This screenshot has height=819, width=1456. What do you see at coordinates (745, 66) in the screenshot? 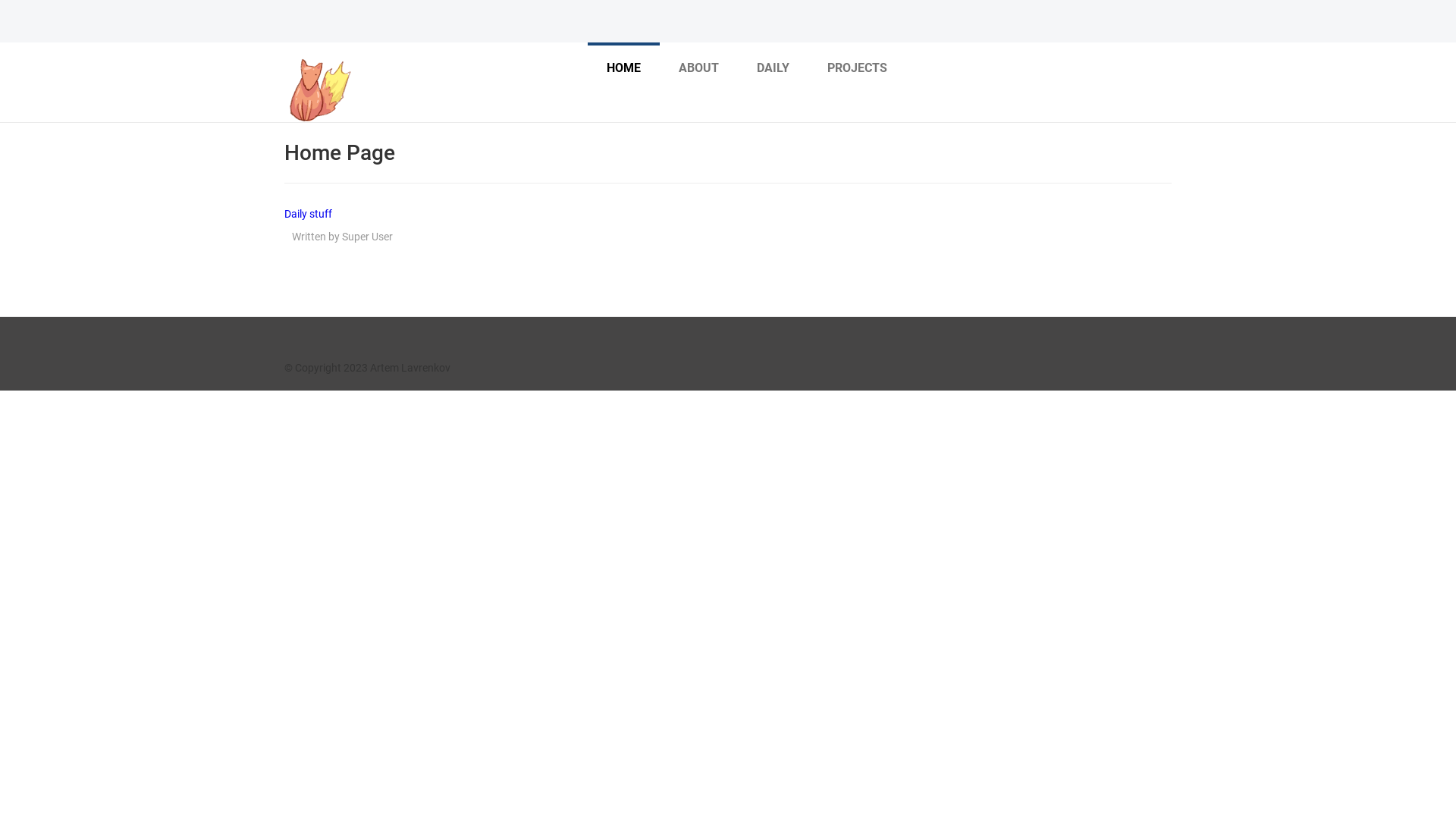
I see `'DAILY'` at bounding box center [745, 66].